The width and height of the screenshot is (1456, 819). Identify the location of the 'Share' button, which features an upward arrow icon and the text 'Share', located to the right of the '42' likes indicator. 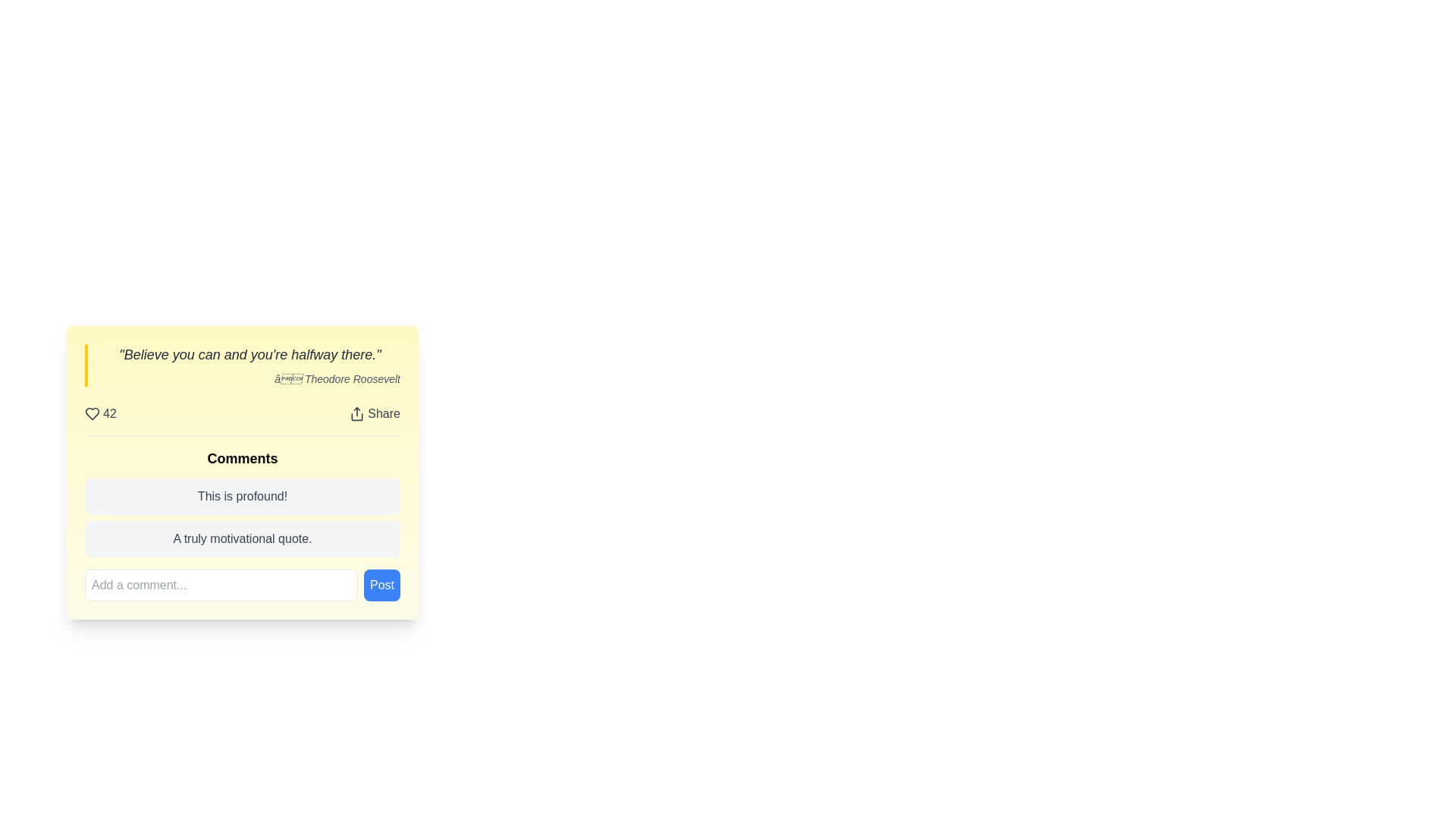
(375, 414).